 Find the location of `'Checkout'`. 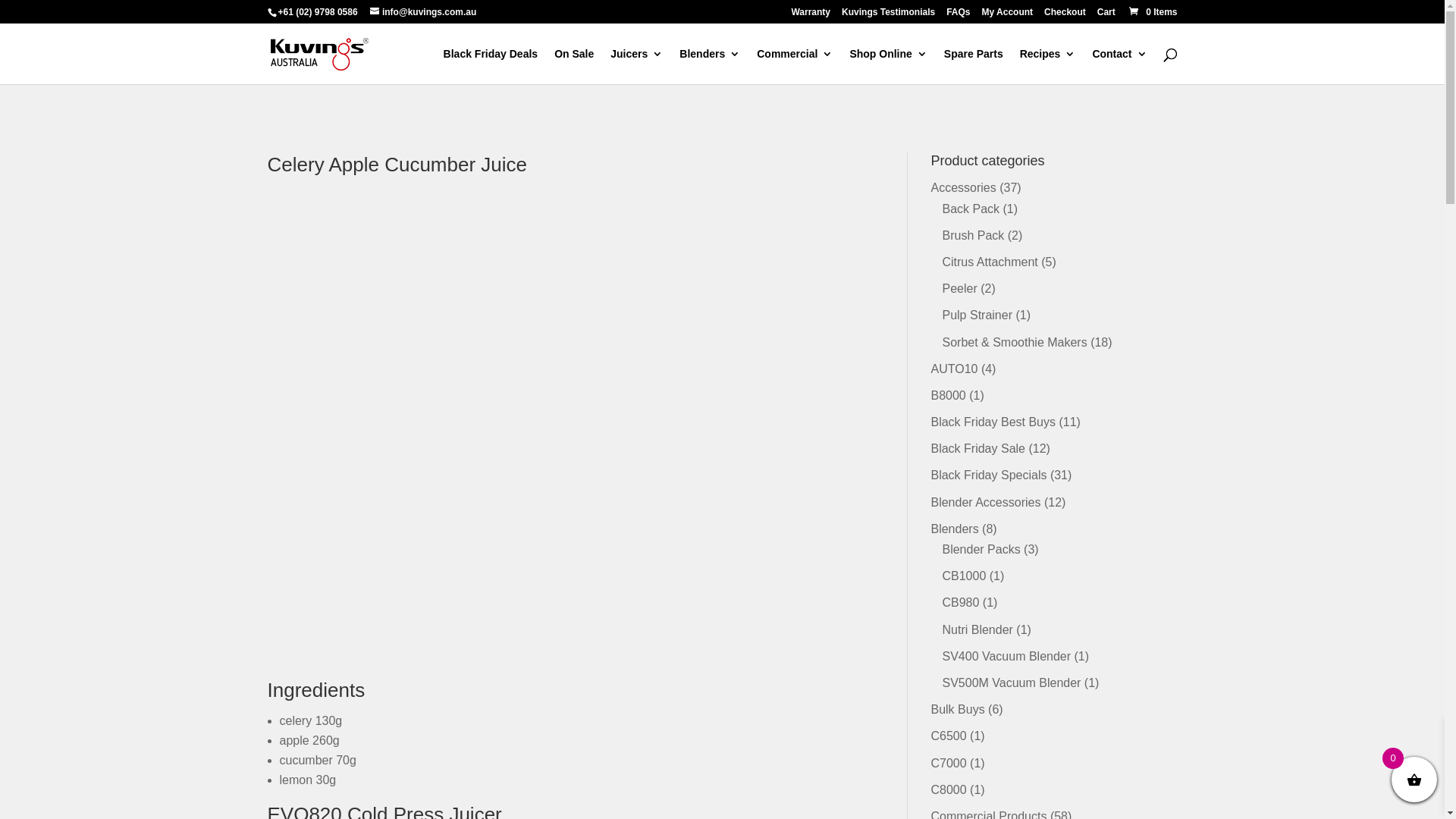

'Checkout' is located at coordinates (1064, 15).